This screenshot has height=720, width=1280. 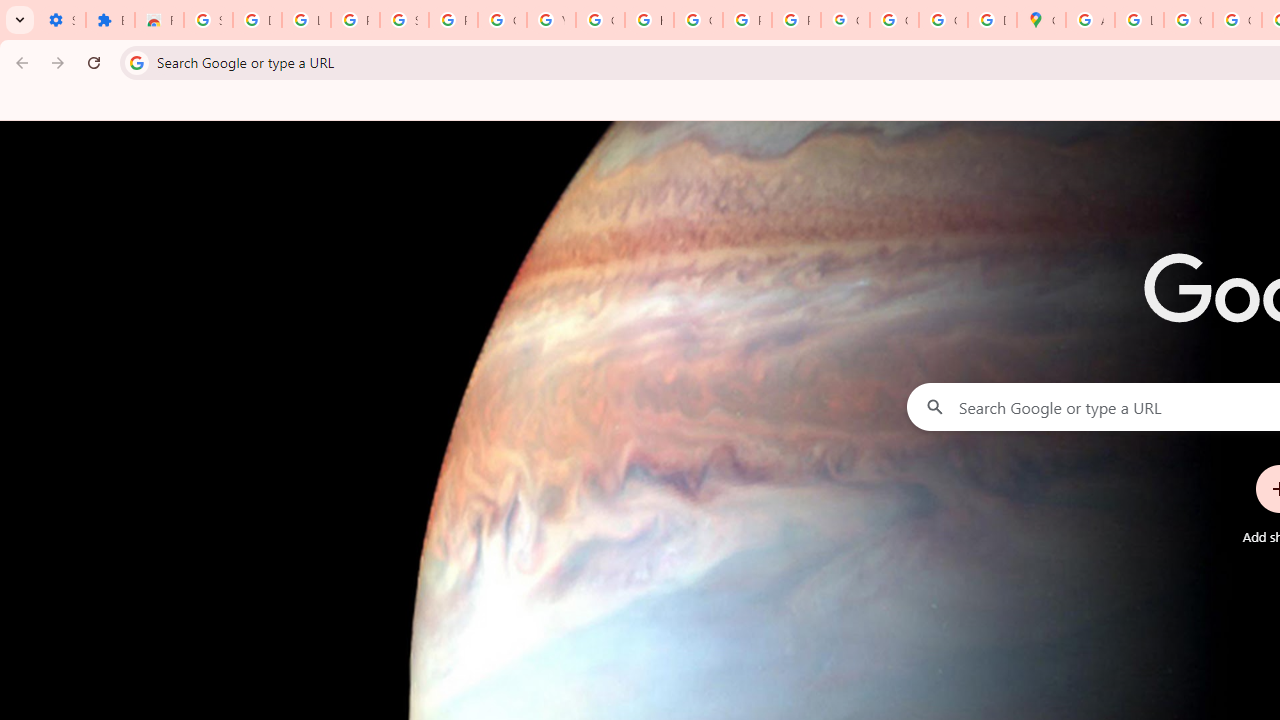 What do you see at coordinates (1188, 20) in the screenshot?
I see `'Create your Google Account'` at bounding box center [1188, 20].